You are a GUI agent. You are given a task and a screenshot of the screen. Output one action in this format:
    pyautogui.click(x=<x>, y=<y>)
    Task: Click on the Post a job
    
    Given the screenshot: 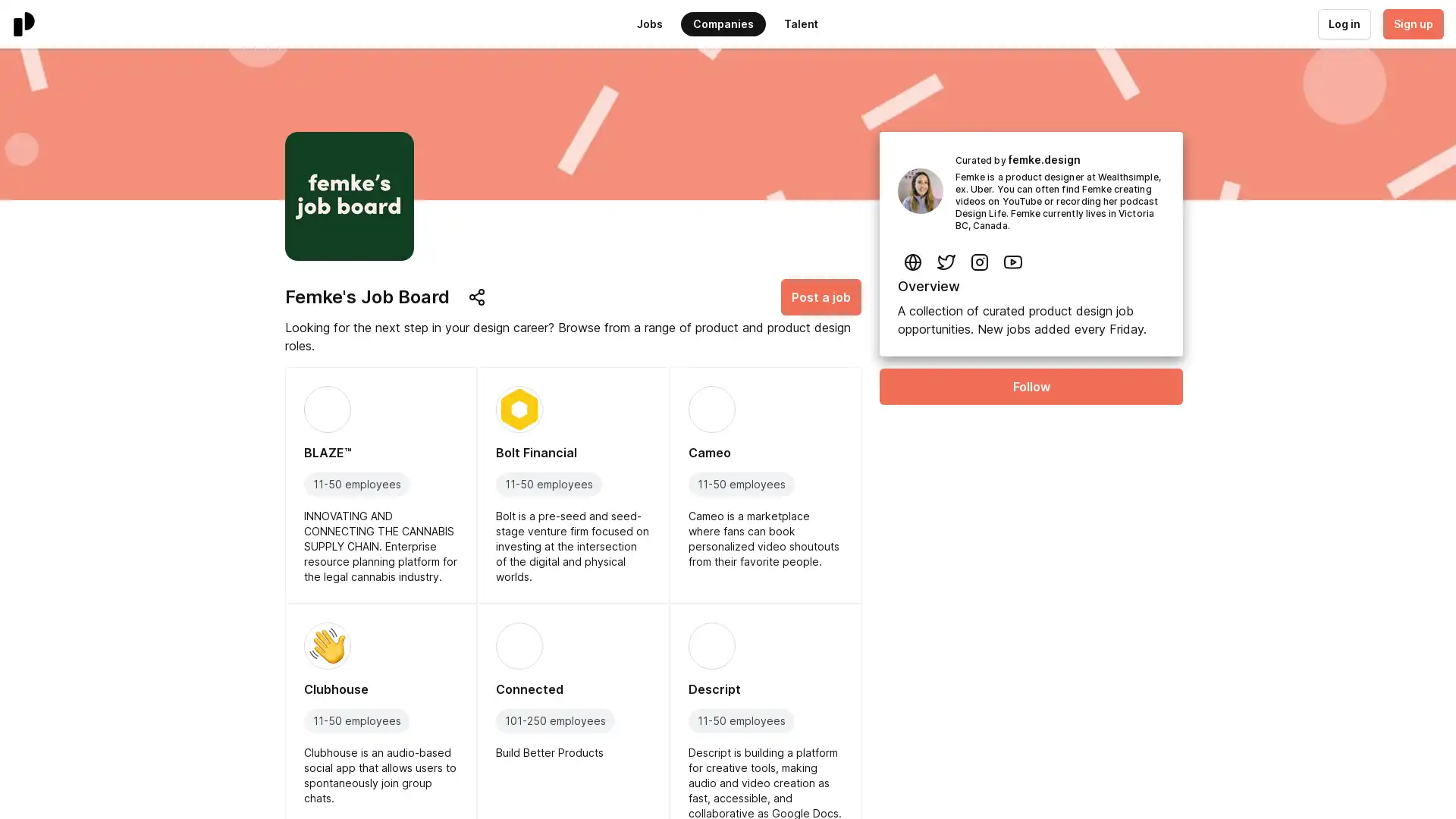 What is the action you would take?
    pyautogui.click(x=821, y=297)
    